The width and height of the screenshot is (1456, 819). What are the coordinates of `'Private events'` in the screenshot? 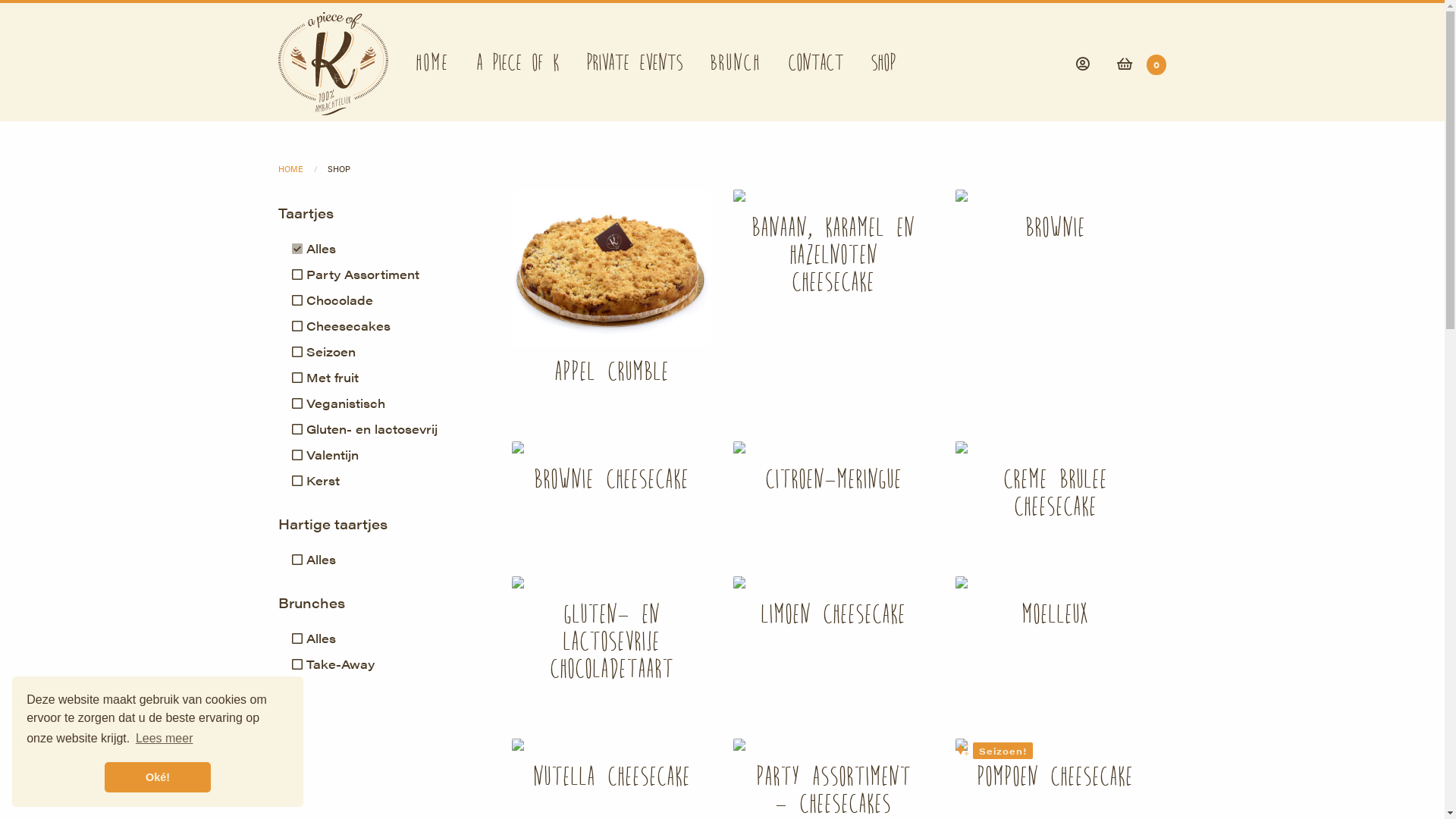 It's located at (571, 63).